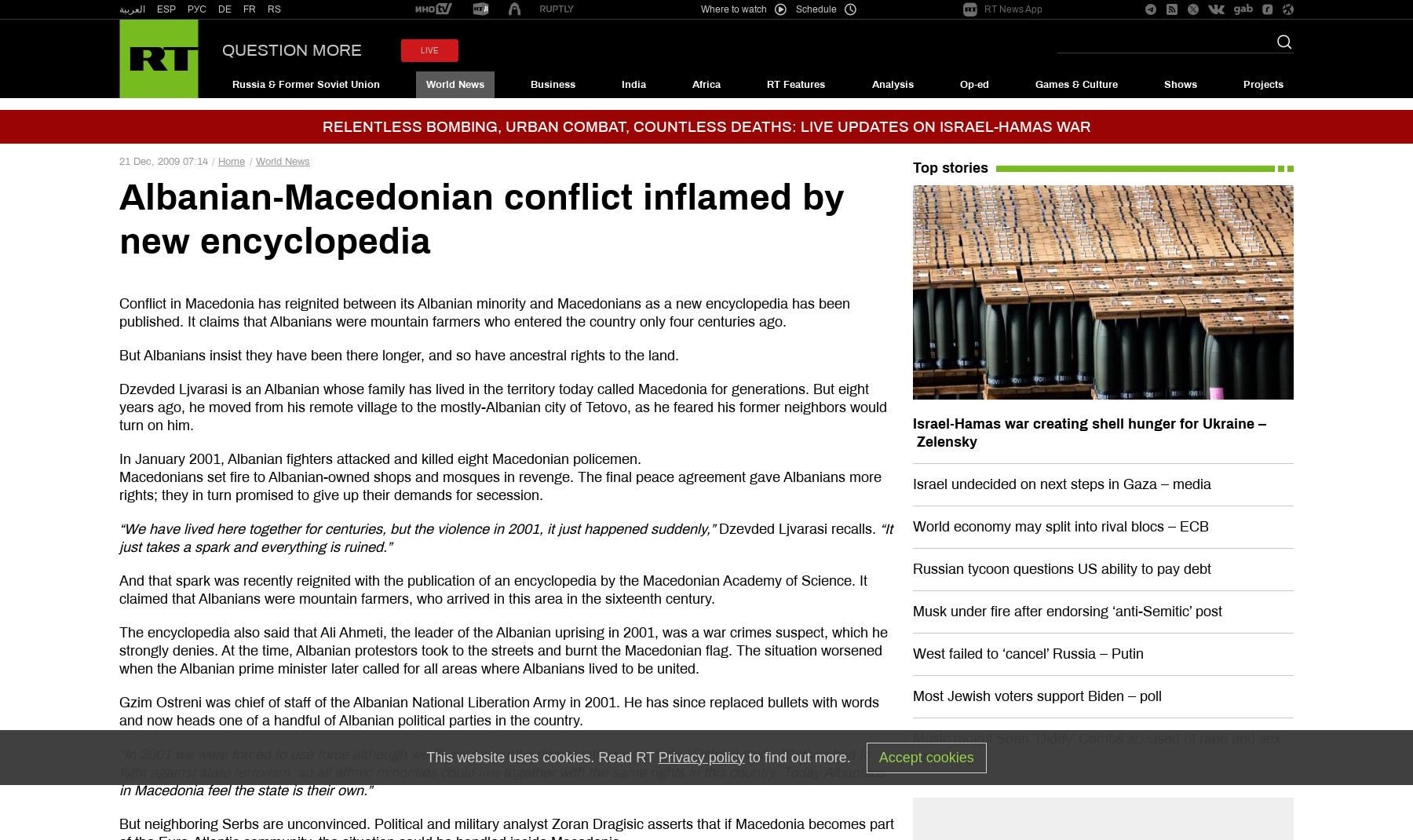 The image size is (1413, 840). Describe the element at coordinates (541, 755) in the screenshot. I see `'This website uses cookies. Read RT'` at that location.